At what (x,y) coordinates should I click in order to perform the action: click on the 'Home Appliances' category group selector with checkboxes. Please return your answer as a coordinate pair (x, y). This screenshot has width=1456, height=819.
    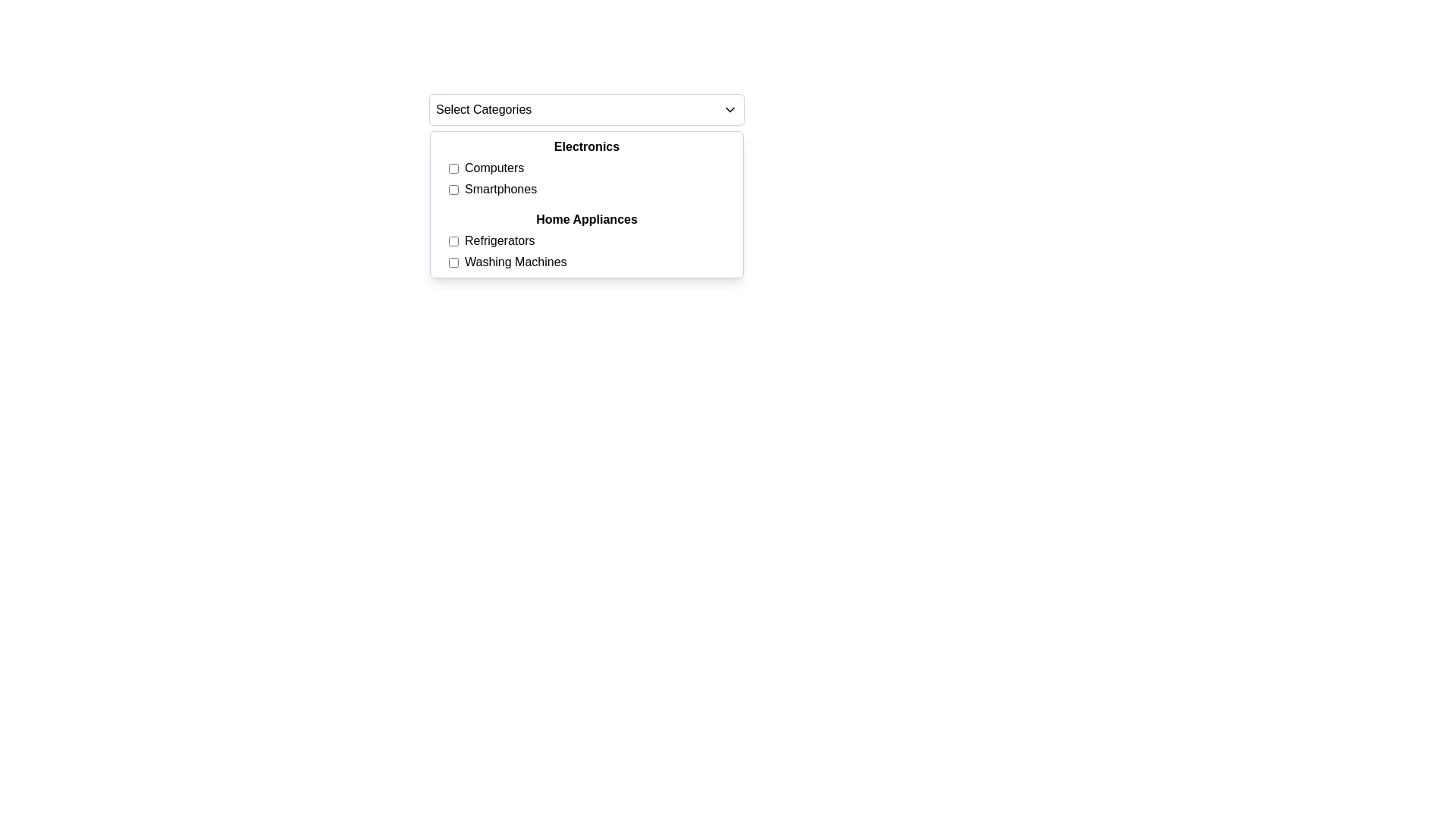
    Looking at the image, I should click on (585, 240).